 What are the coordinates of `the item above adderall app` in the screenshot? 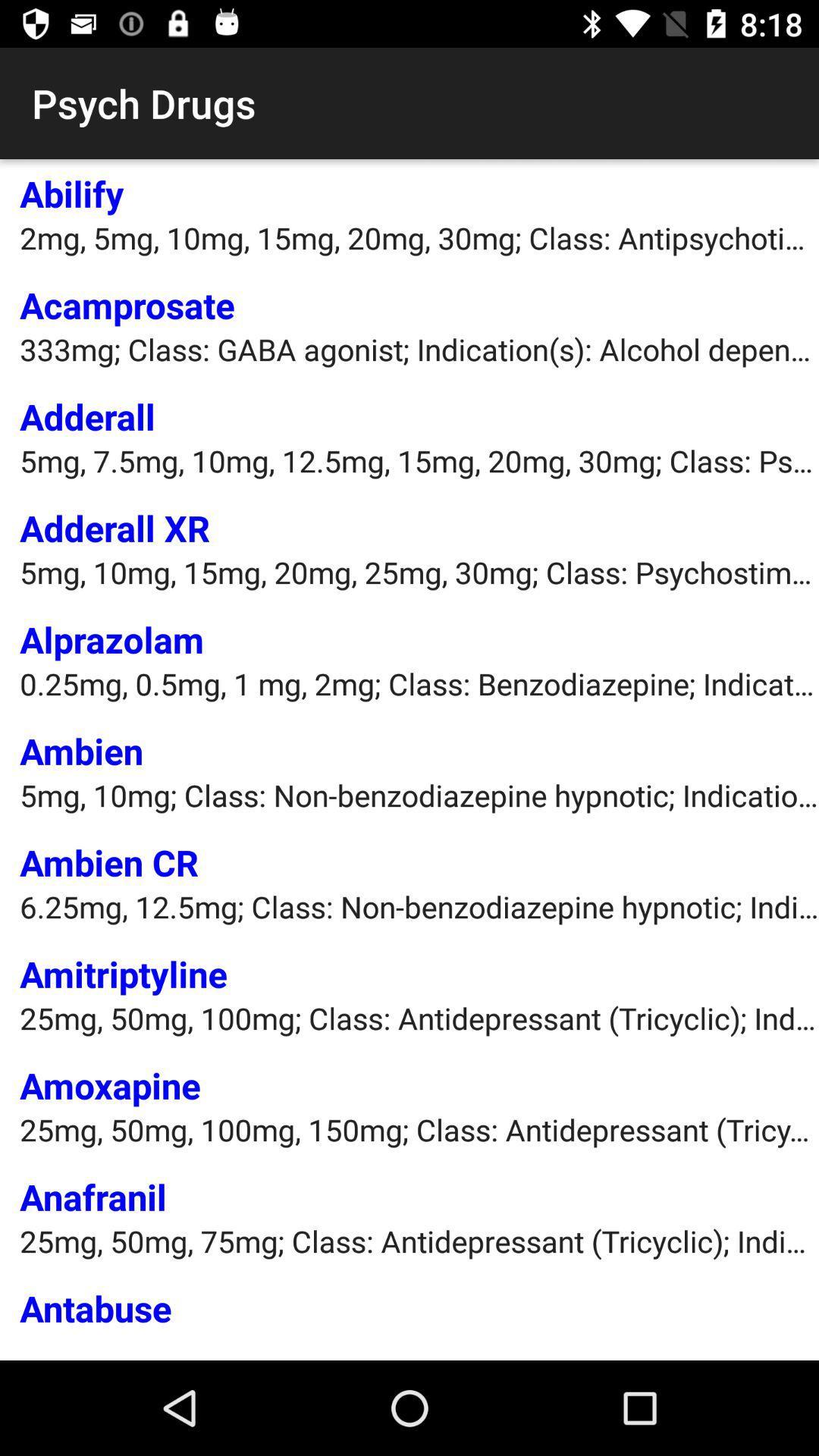 It's located at (419, 348).